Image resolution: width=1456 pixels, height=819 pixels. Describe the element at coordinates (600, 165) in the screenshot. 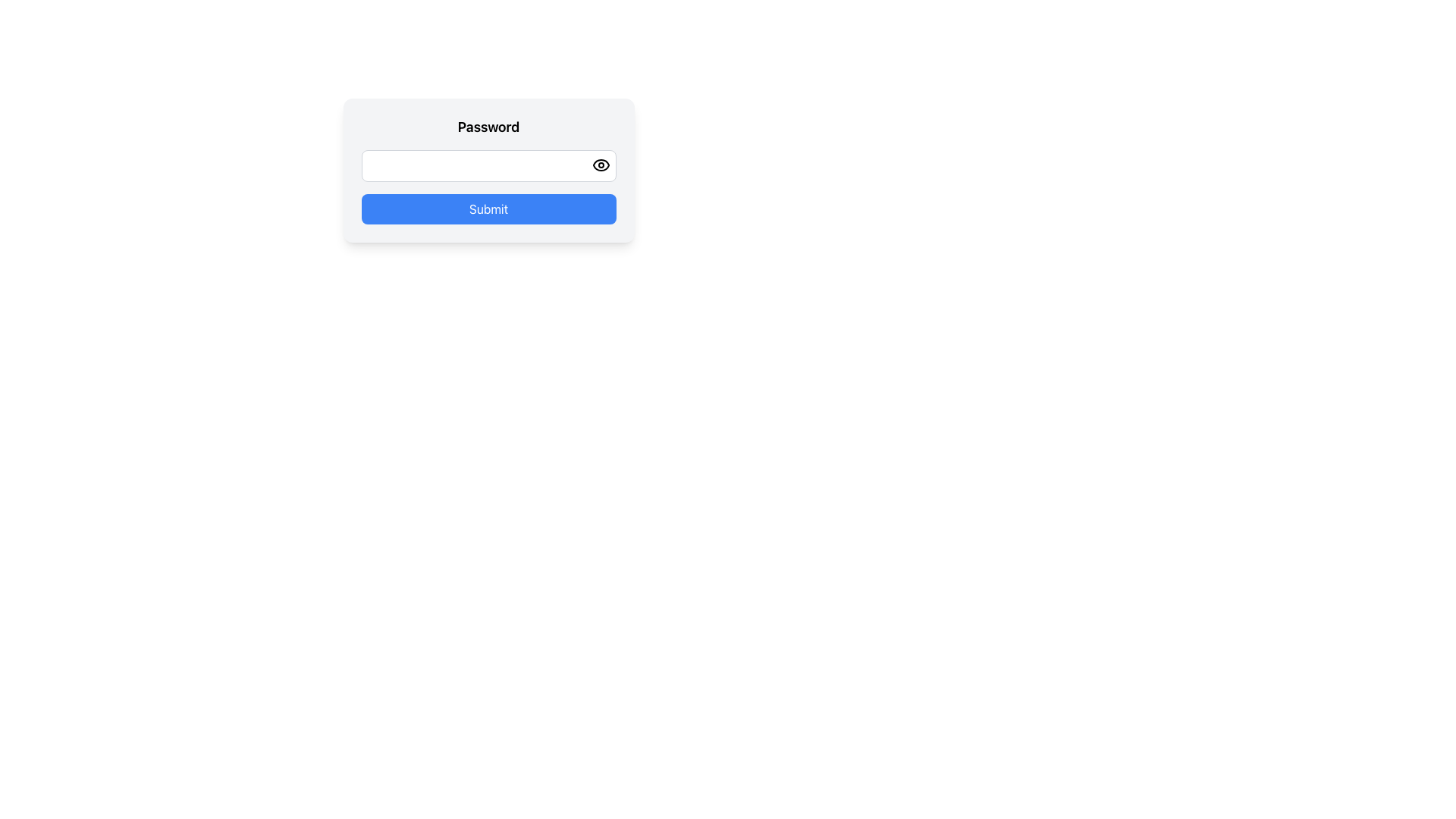

I see `the eye icon, which is styled in black and outlined, located in the top-right corner of the password input field` at that location.